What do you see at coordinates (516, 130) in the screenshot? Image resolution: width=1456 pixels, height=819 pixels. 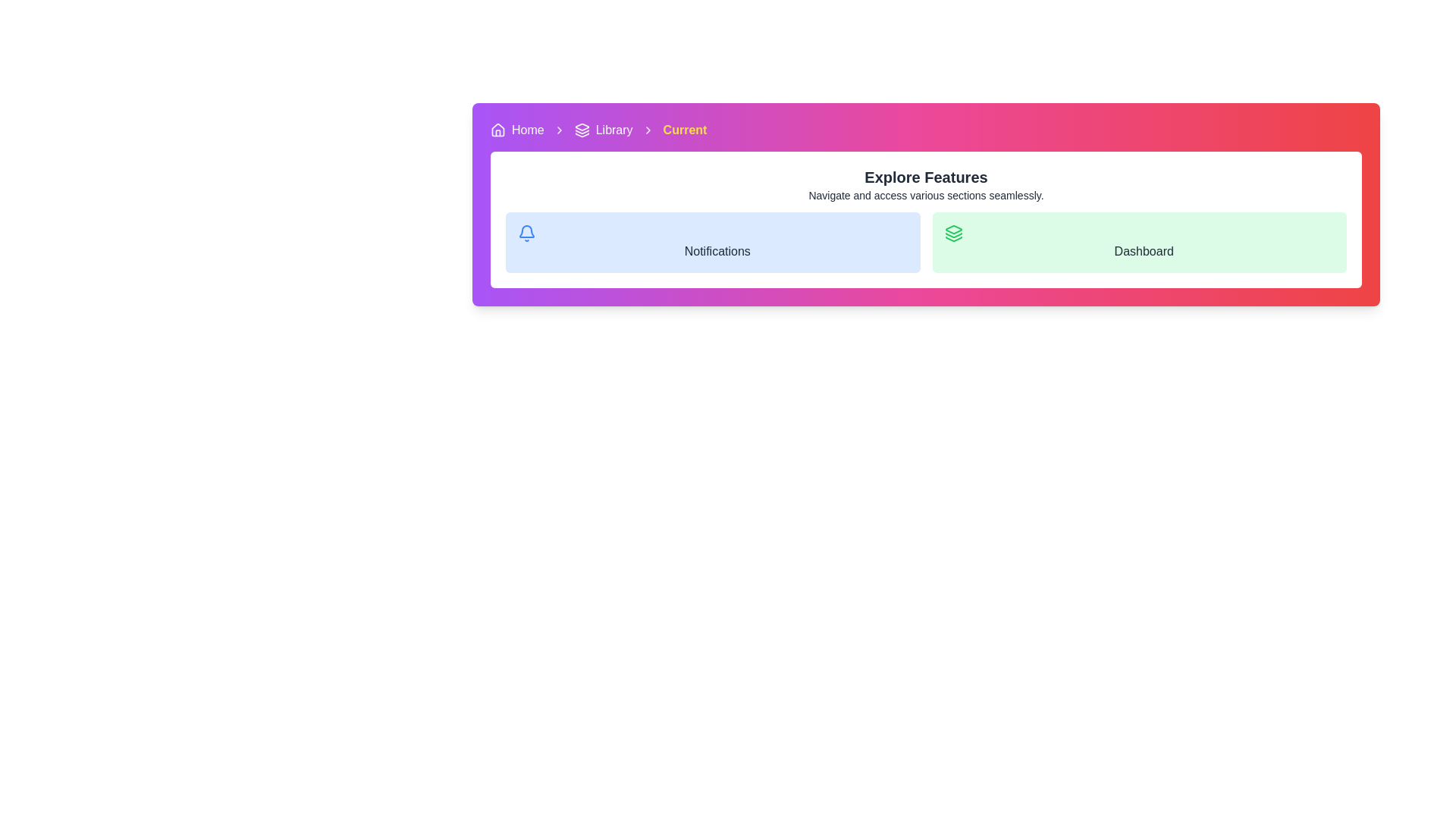 I see `the 'Home' breadcrumb link, which consists of a house icon and the text label 'Home', located on the leftmost side of the breadcrumb navigation bar` at bounding box center [516, 130].